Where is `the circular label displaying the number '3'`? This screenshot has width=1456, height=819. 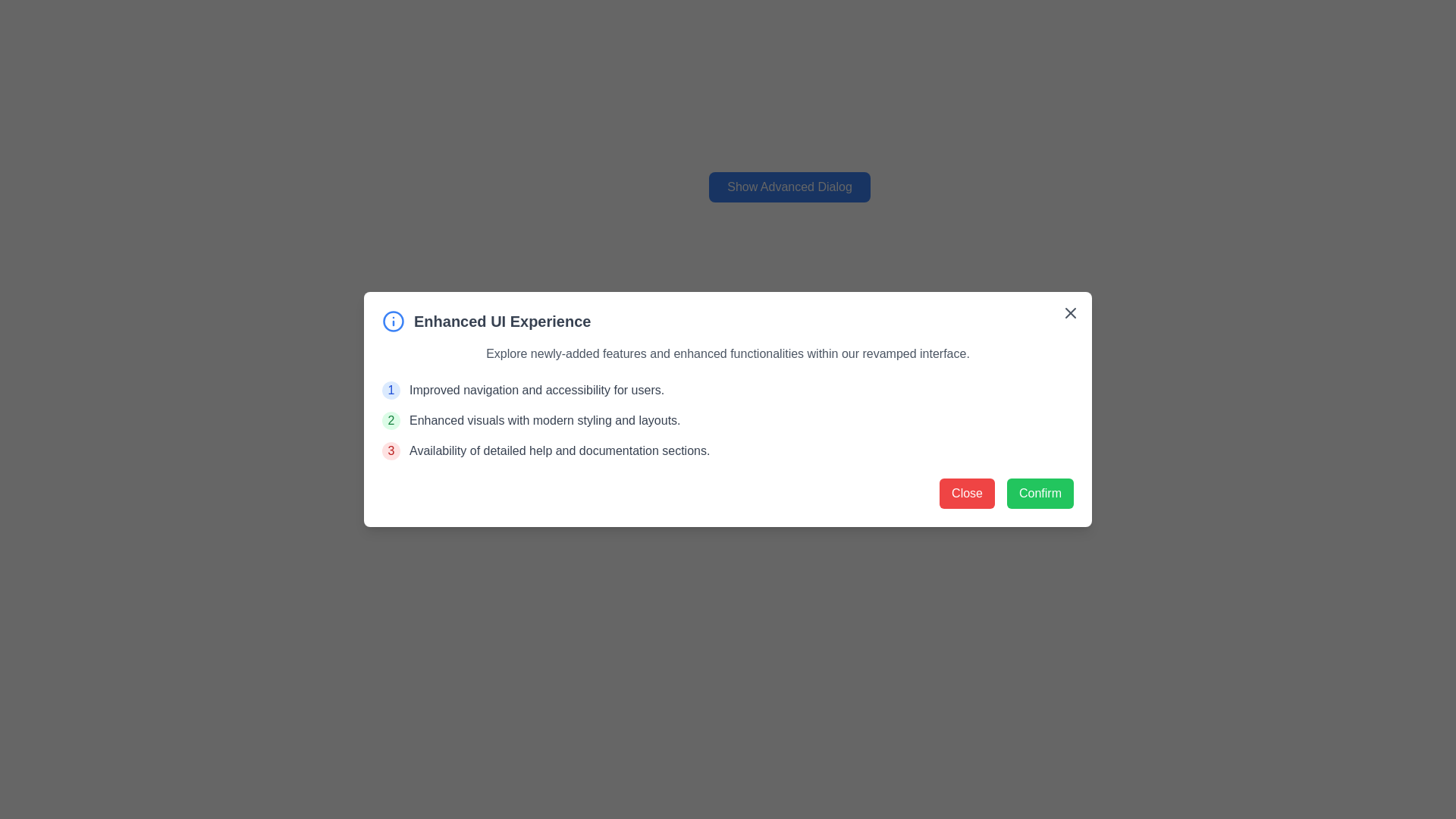
the circular label displaying the number '3' is located at coordinates (391, 450).